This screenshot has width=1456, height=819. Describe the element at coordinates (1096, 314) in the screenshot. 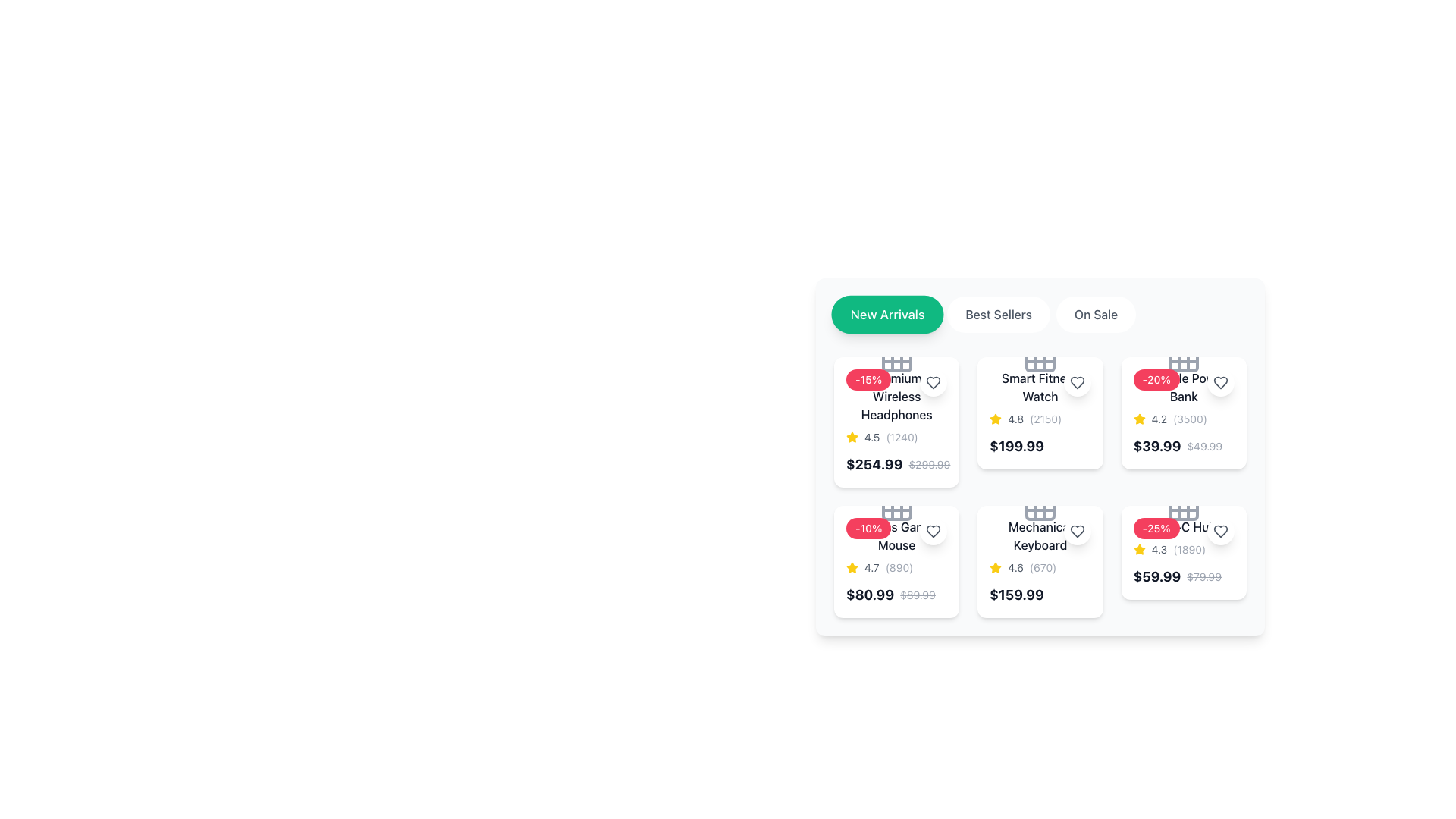

I see `the 'On Sale' button, which is a horizontally elongated button with rounded edges, white background, and gray text, located to the right of the 'Best Sellers' button, to filter to on-sale items` at that location.